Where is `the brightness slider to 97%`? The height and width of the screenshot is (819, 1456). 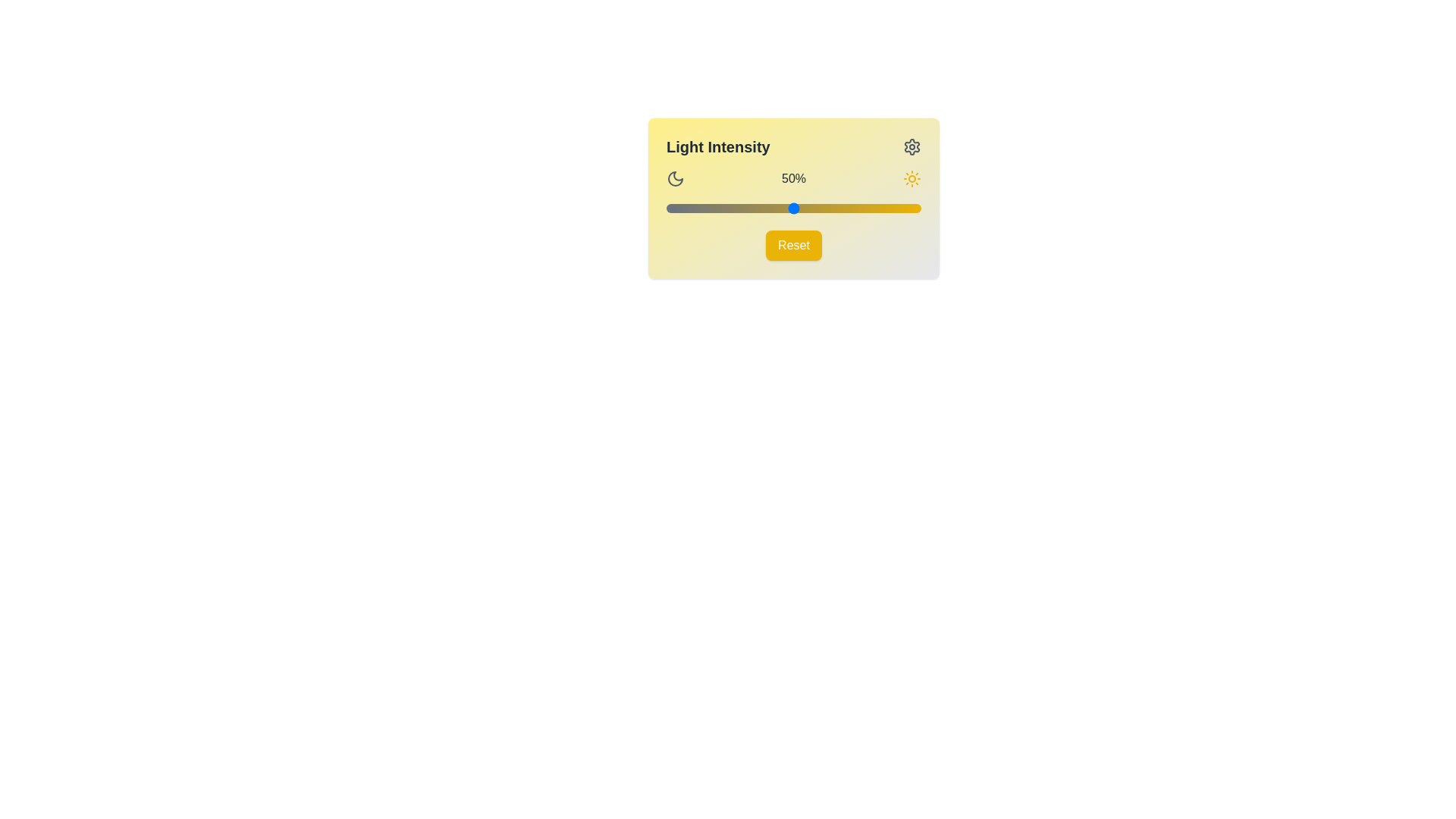
the brightness slider to 97% is located at coordinates (912, 208).